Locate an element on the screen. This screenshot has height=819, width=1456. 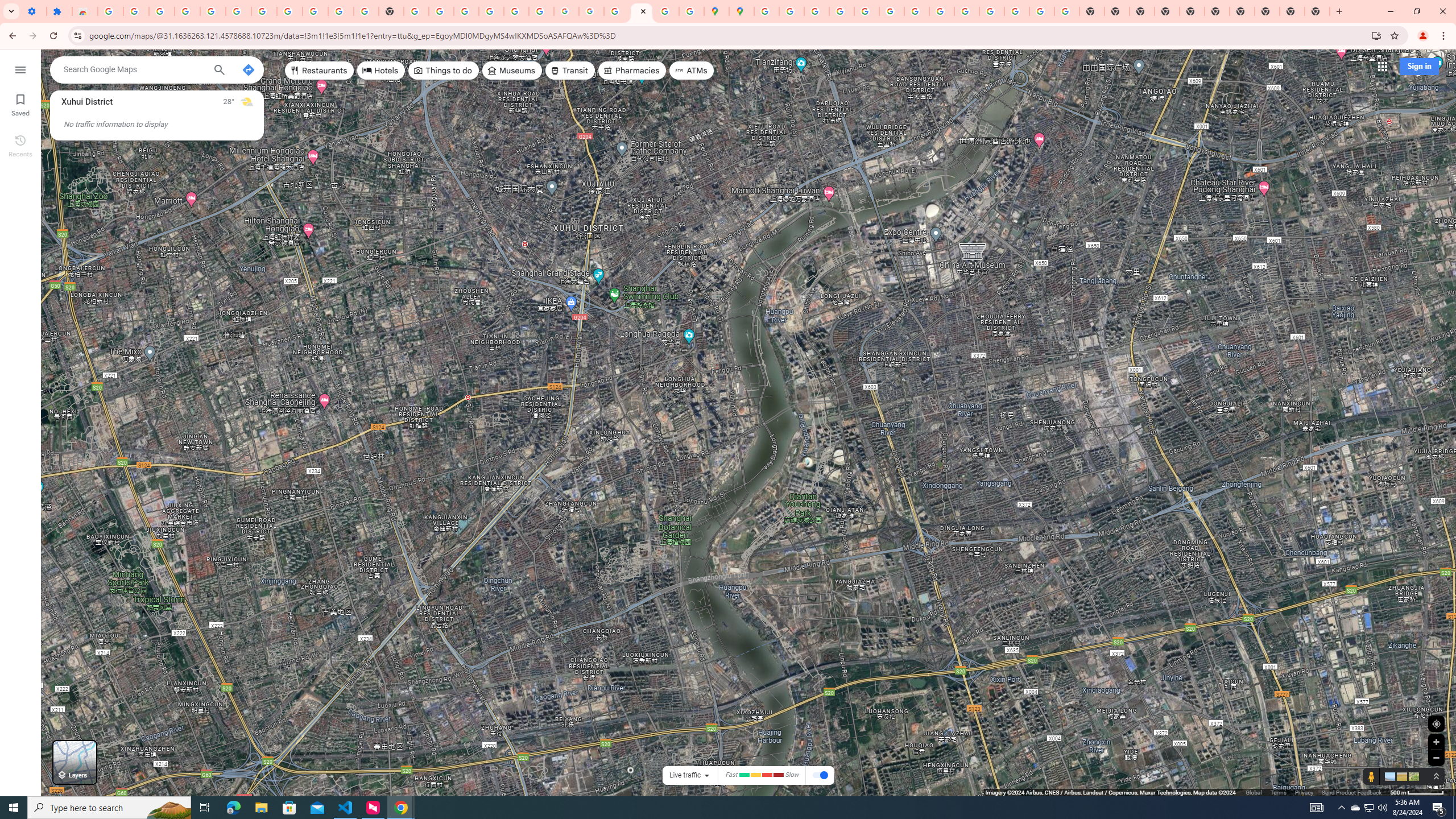
' Show traffic ' is located at coordinates (820, 775).